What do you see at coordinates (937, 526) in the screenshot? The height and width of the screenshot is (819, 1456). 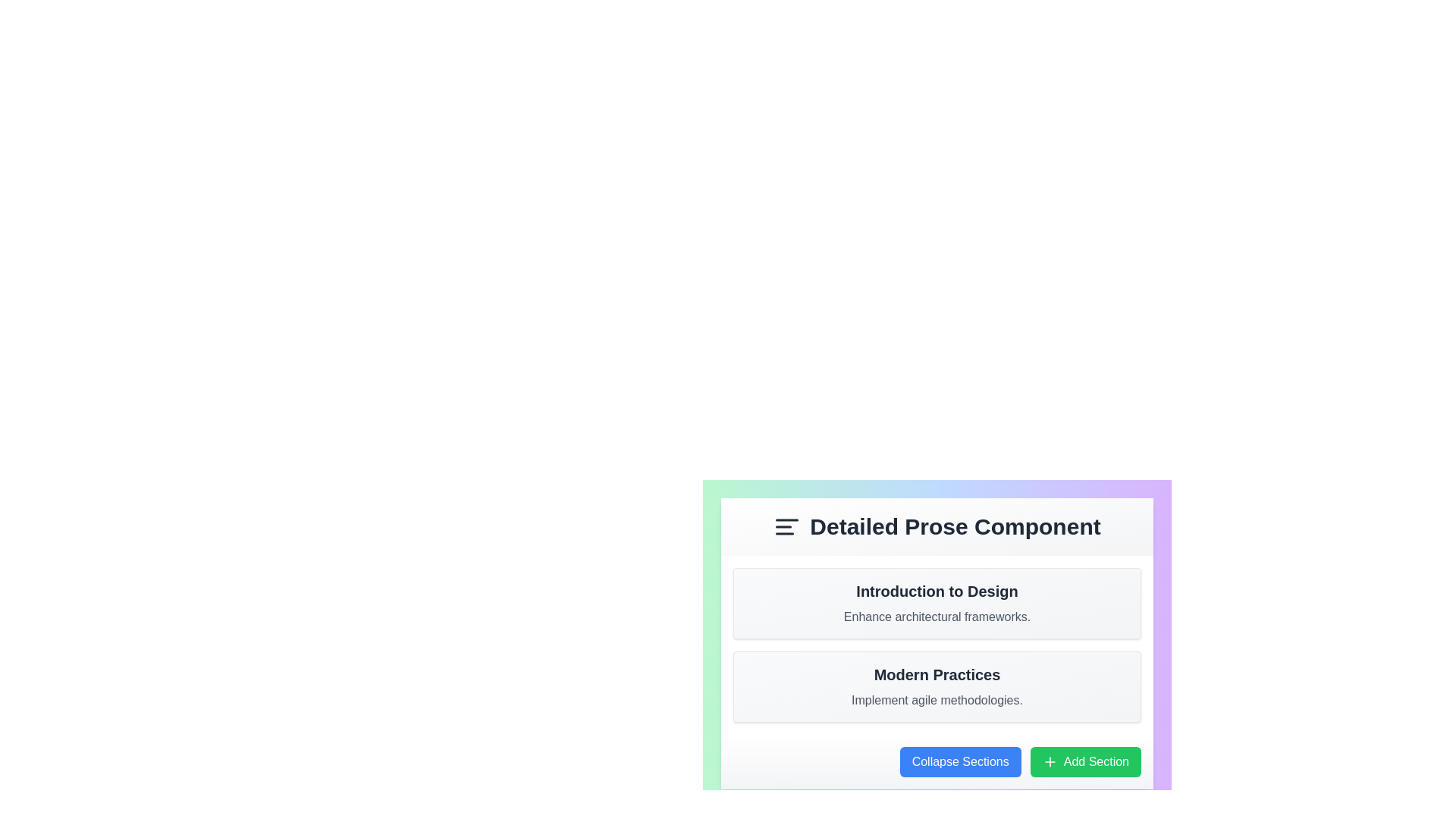 I see `text content of the Header/Title element located at the top center of the content area, which serves as a title or identifier for the subsection items` at bounding box center [937, 526].